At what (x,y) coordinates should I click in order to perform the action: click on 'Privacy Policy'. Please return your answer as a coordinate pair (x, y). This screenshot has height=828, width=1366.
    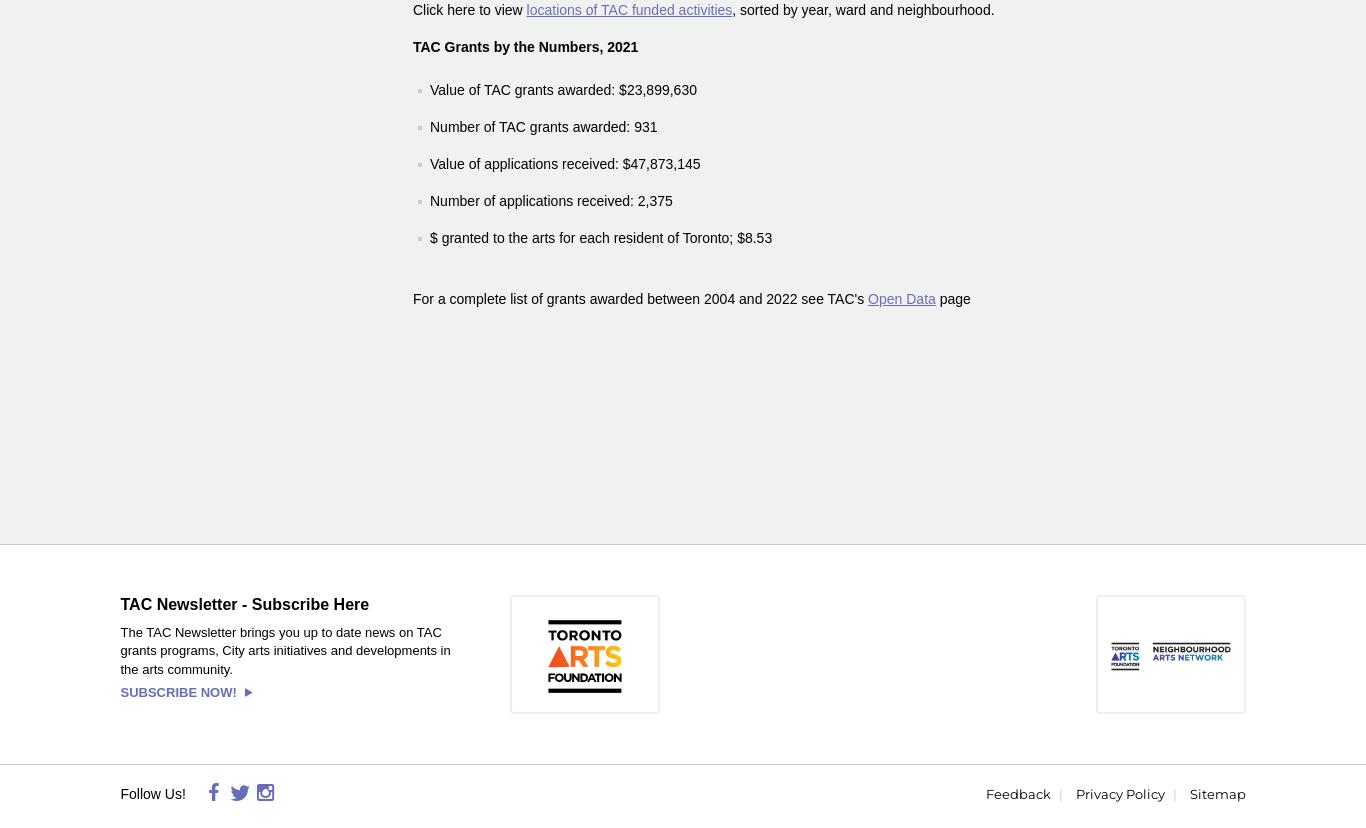
    Looking at the image, I should click on (1118, 793).